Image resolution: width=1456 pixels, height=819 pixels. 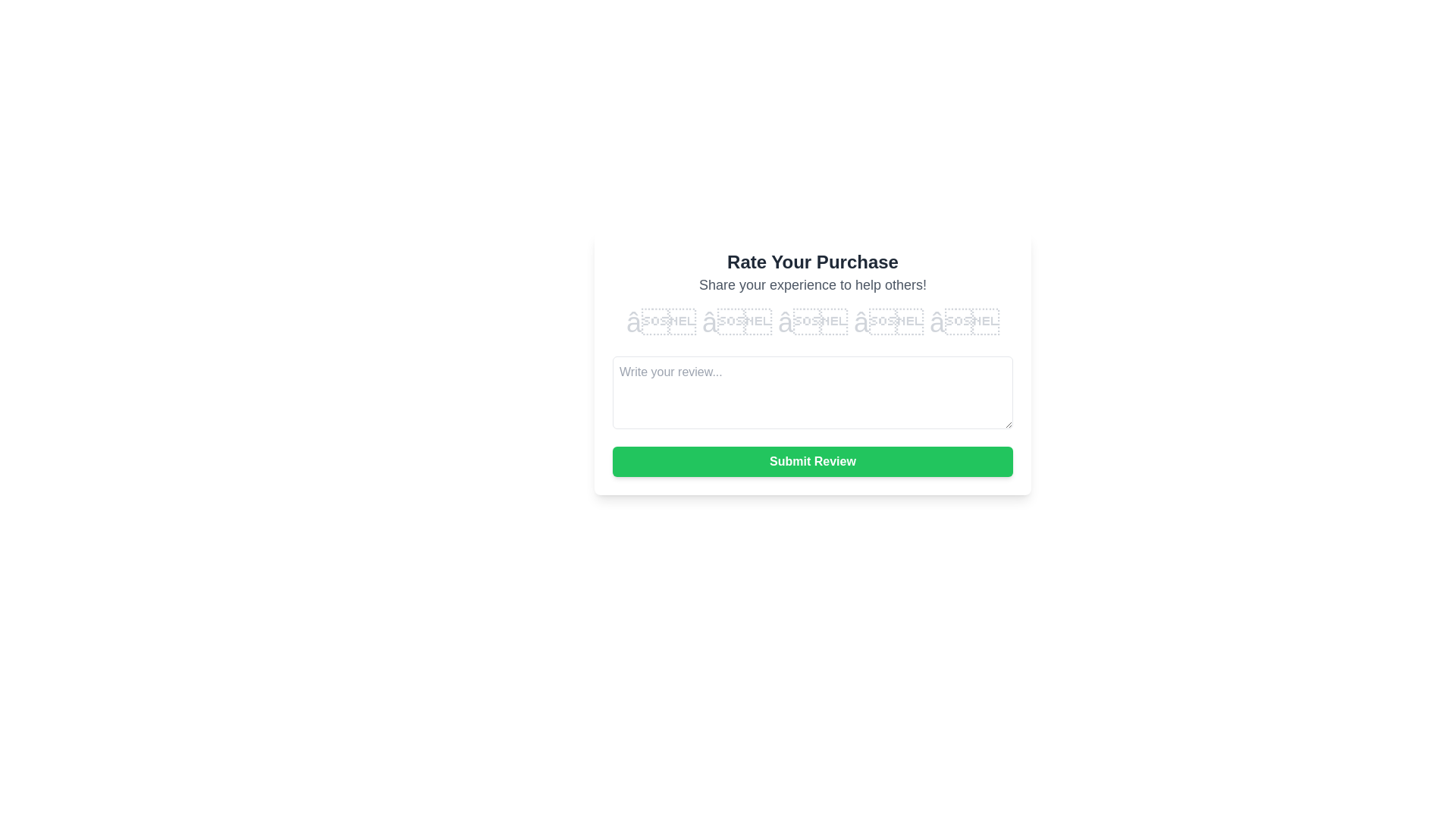 What do you see at coordinates (811, 391) in the screenshot?
I see `the review text box to select text` at bounding box center [811, 391].